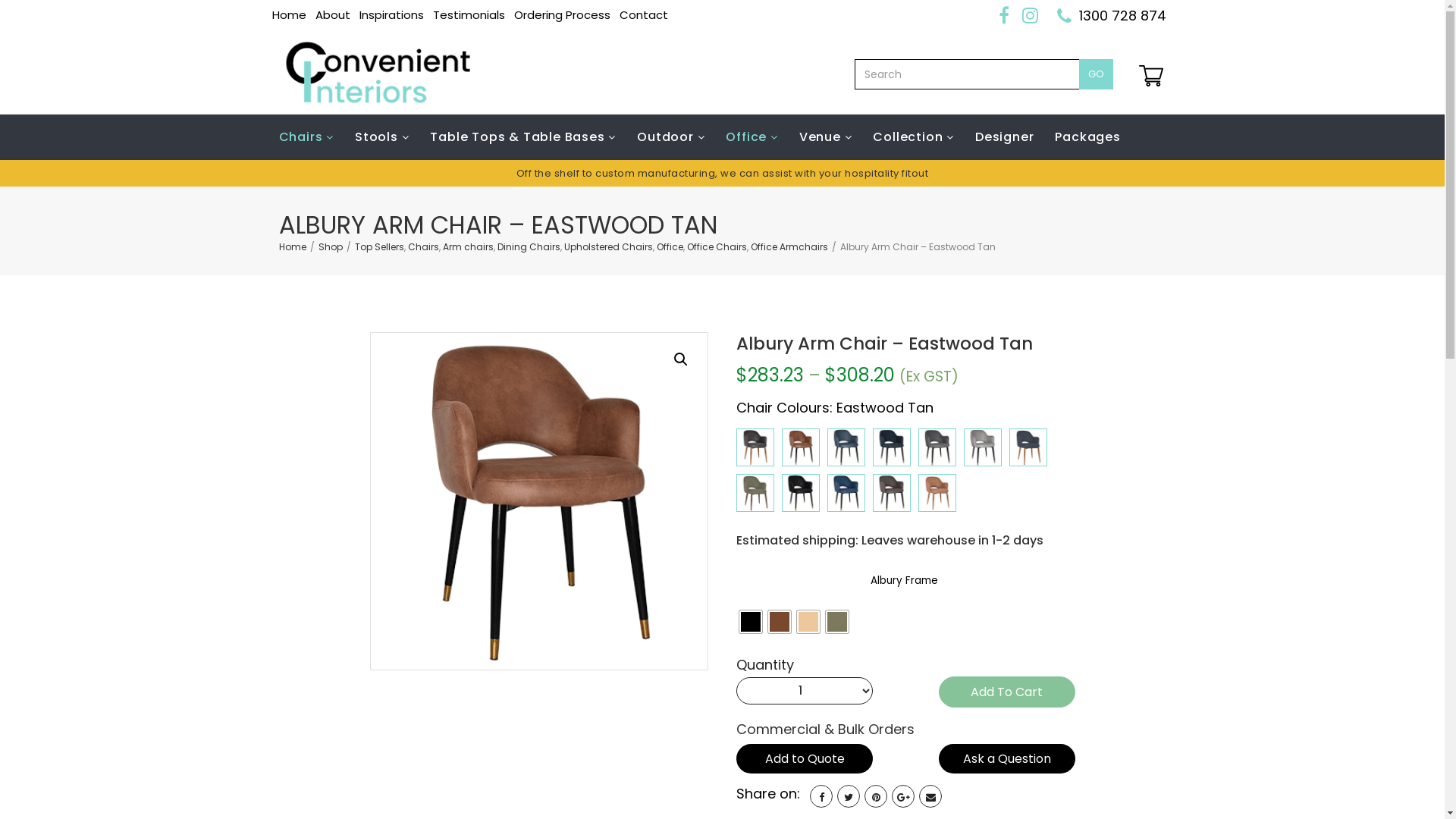 Image resolution: width=1456 pixels, height=819 pixels. I want to click on 'Collection', so click(862, 137).